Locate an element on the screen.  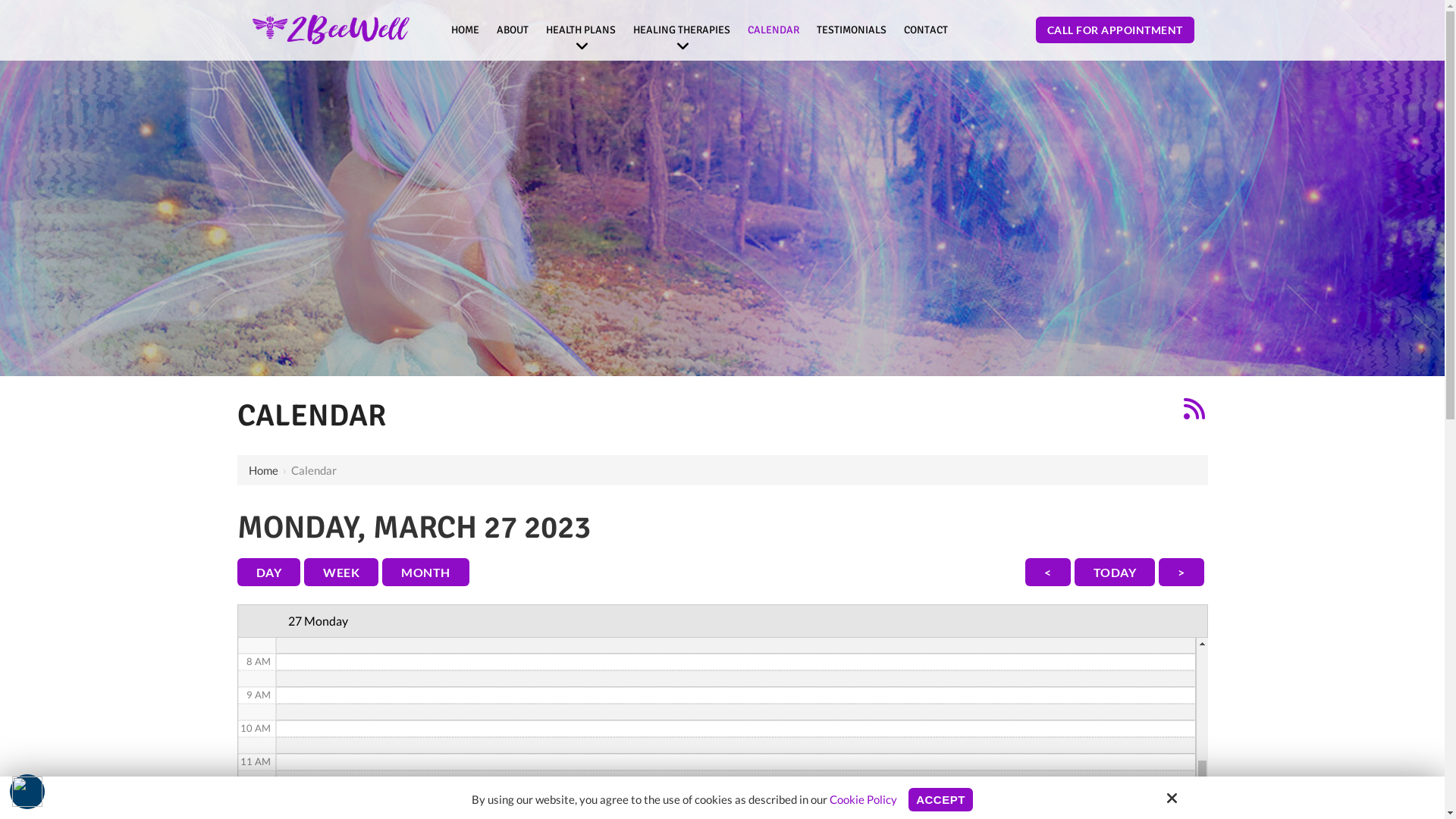
'WEEK' is located at coordinates (340, 572).